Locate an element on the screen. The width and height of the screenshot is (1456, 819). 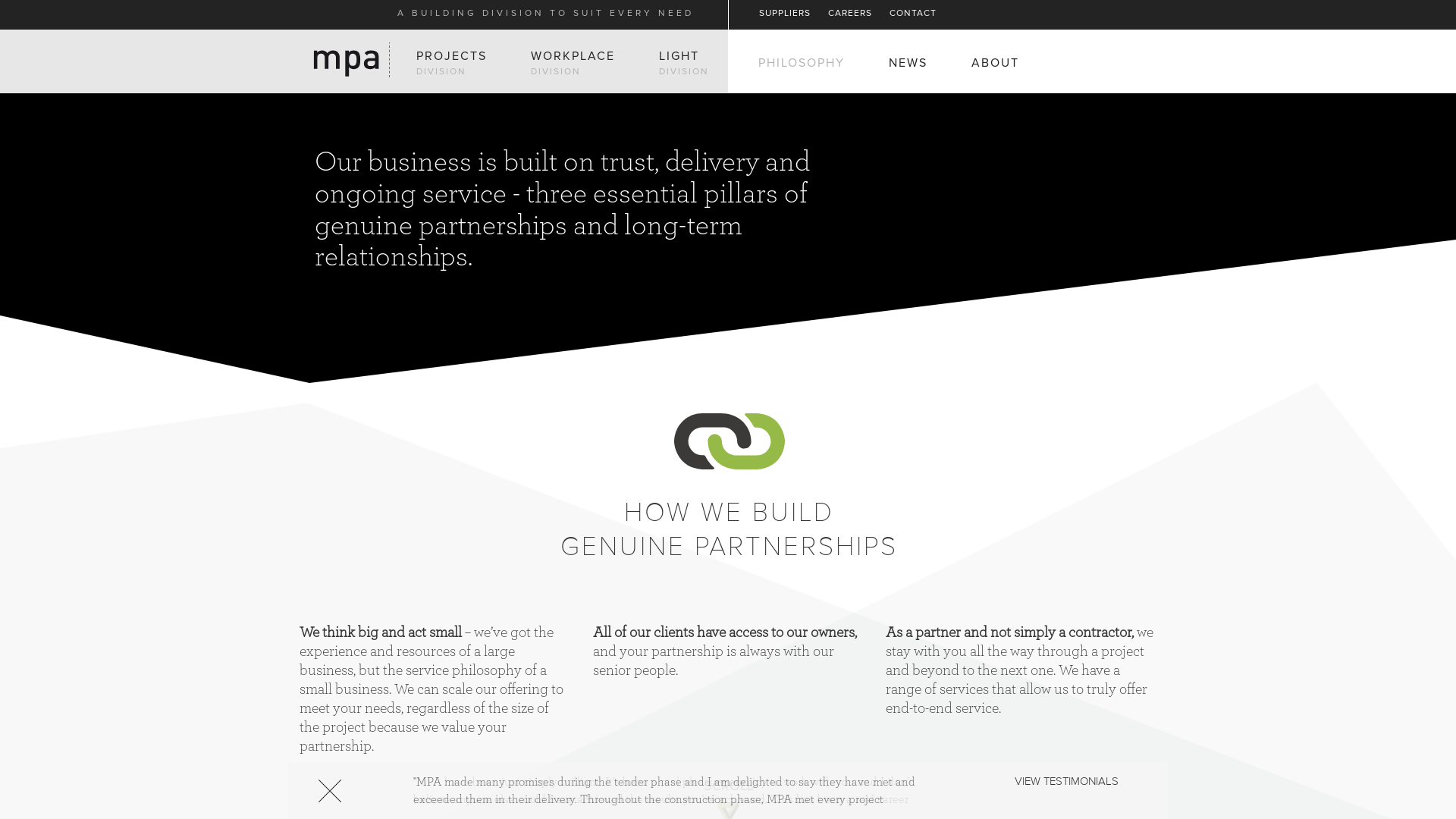
'SUPPLIERS' is located at coordinates (785, 14).